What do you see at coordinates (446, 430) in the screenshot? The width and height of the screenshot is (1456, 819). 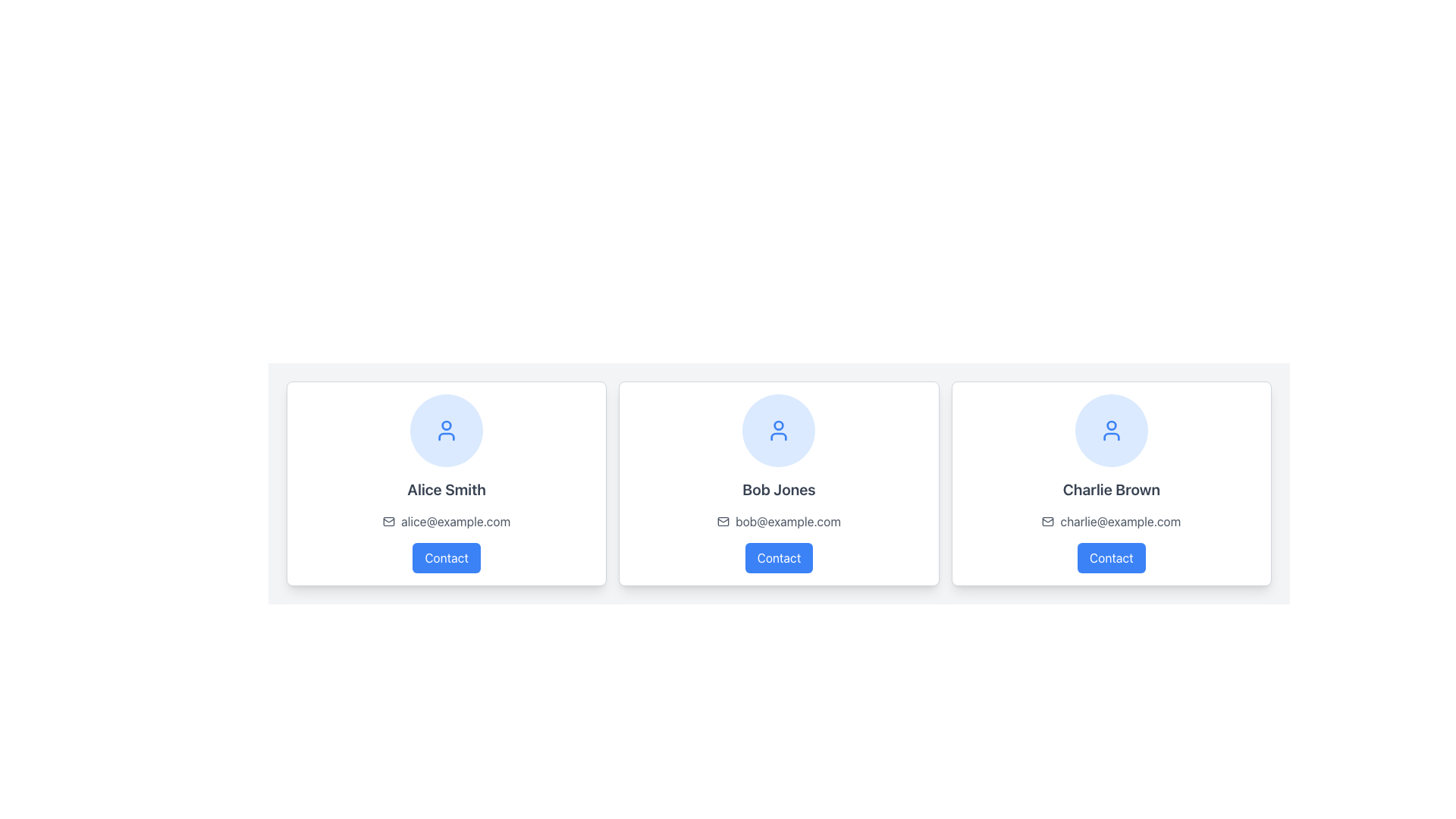 I see `the user profile icon representing 'Alice Smith' located at the top-center of the card` at bounding box center [446, 430].